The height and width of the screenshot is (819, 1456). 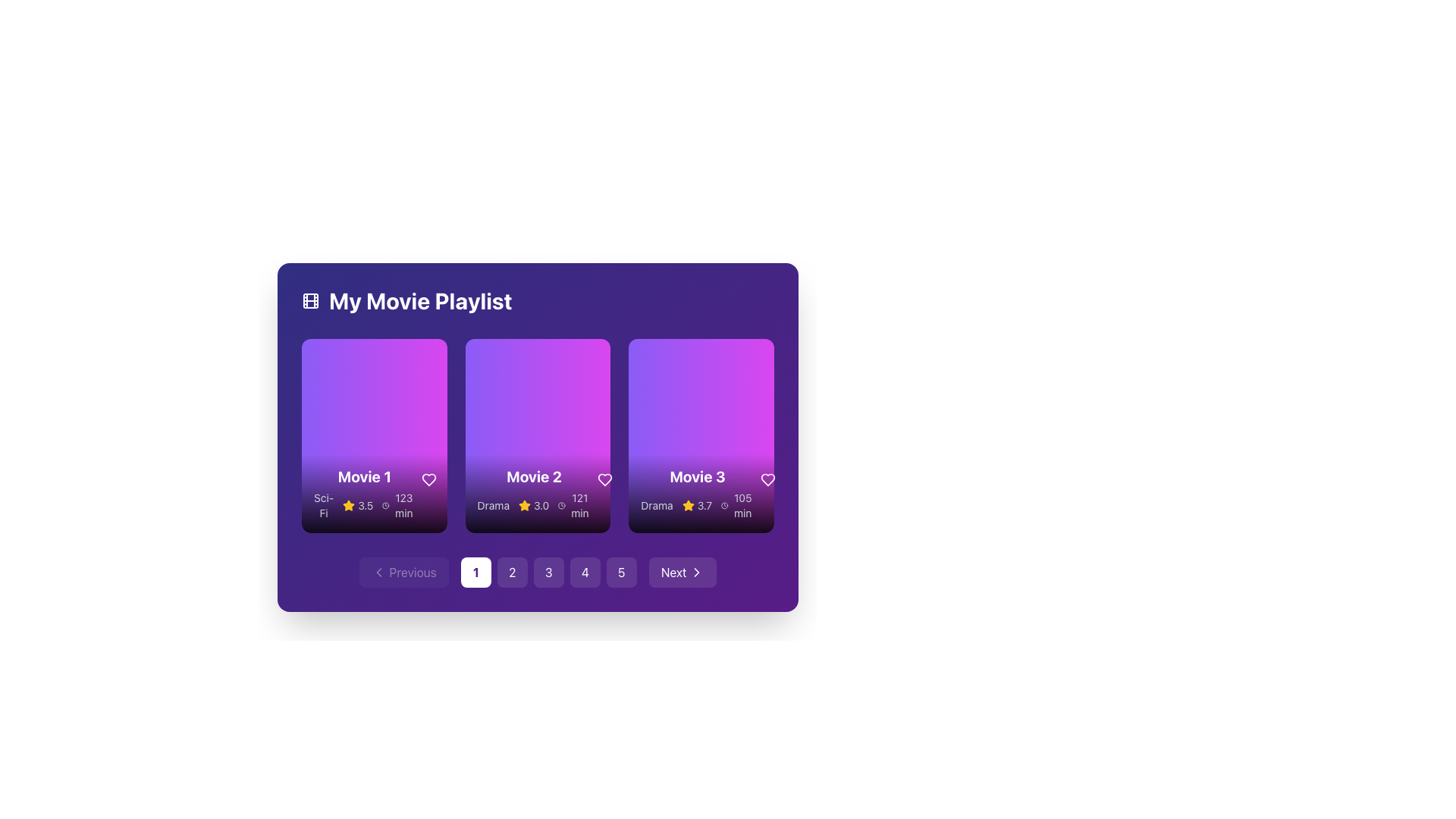 I want to click on the heart-shaped icon outlined in white located in the top-right corner of the 'Movie 2' card to like or unlike the movie, so click(x=604, y=479).